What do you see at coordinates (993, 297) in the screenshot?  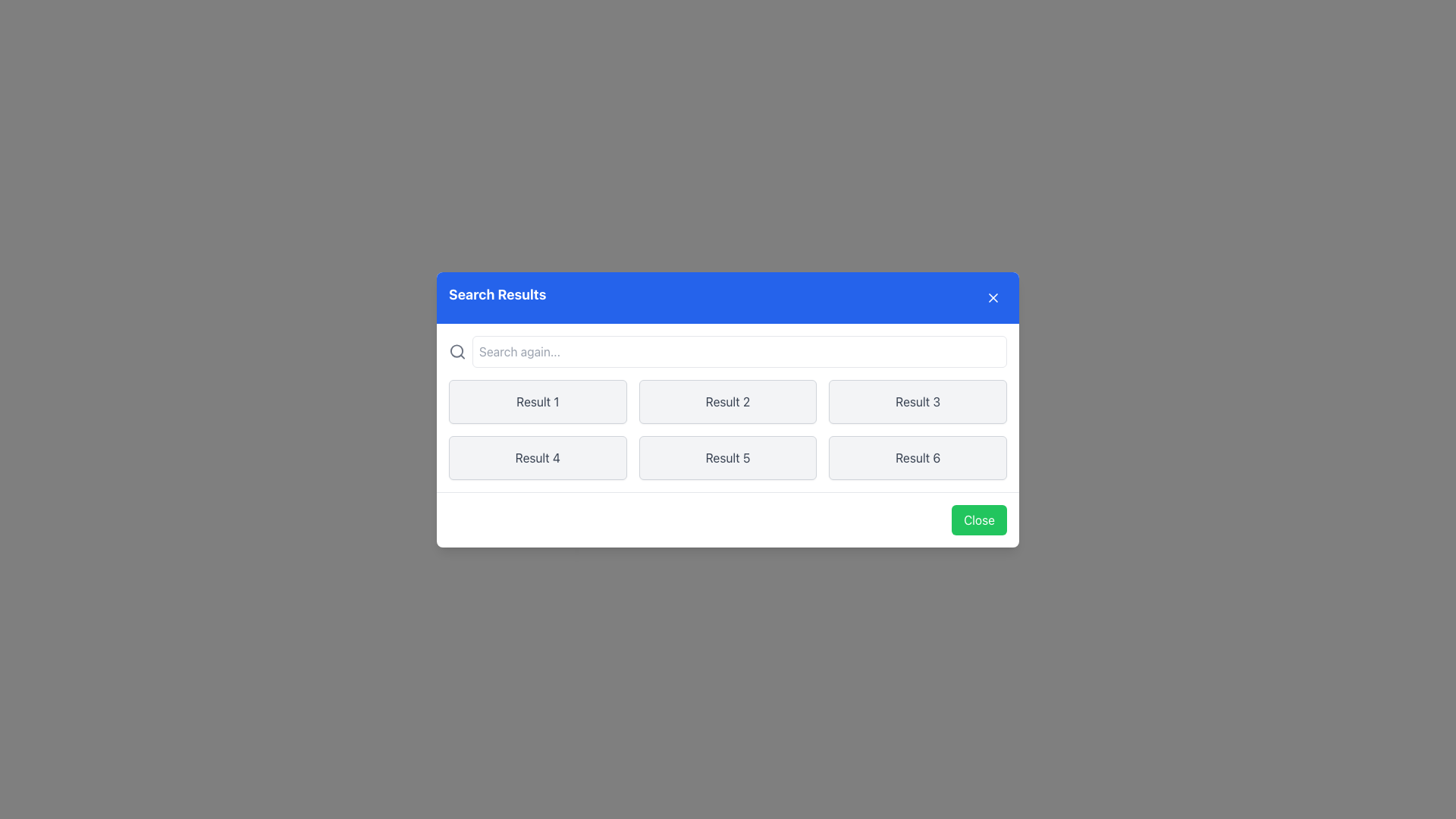 I see `the circular blue button with a white 'X' icon located on the far-right side of the 'Search Results' header` at bounding box center [993, 297].